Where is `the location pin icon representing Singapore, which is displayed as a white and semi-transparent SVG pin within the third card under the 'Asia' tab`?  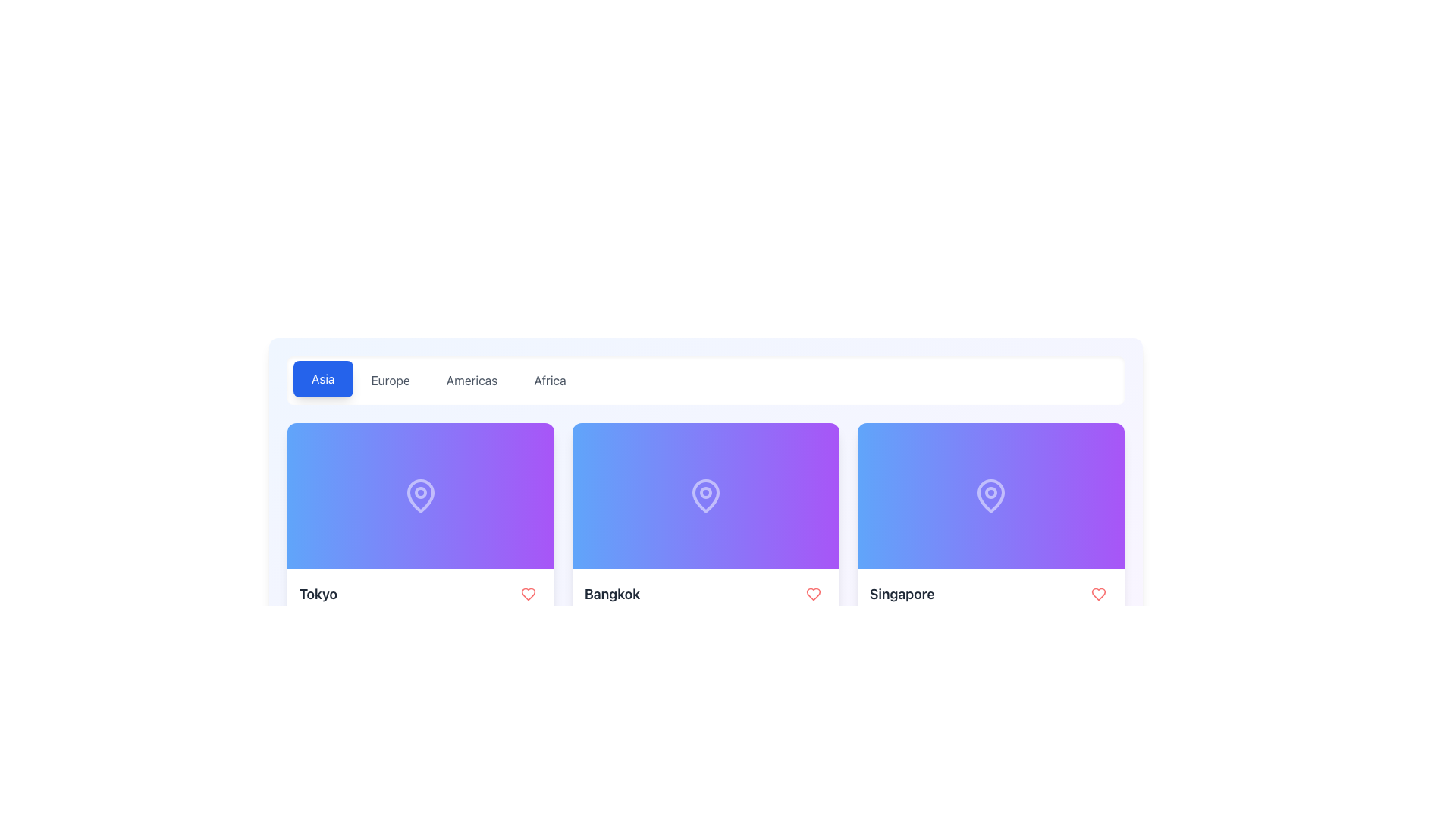
the location pin icon representing Singapore, which is displayed as a white and semi-transparent SVG pin within the third card under the 'Asia' tab is located at coordinates (990, 494).